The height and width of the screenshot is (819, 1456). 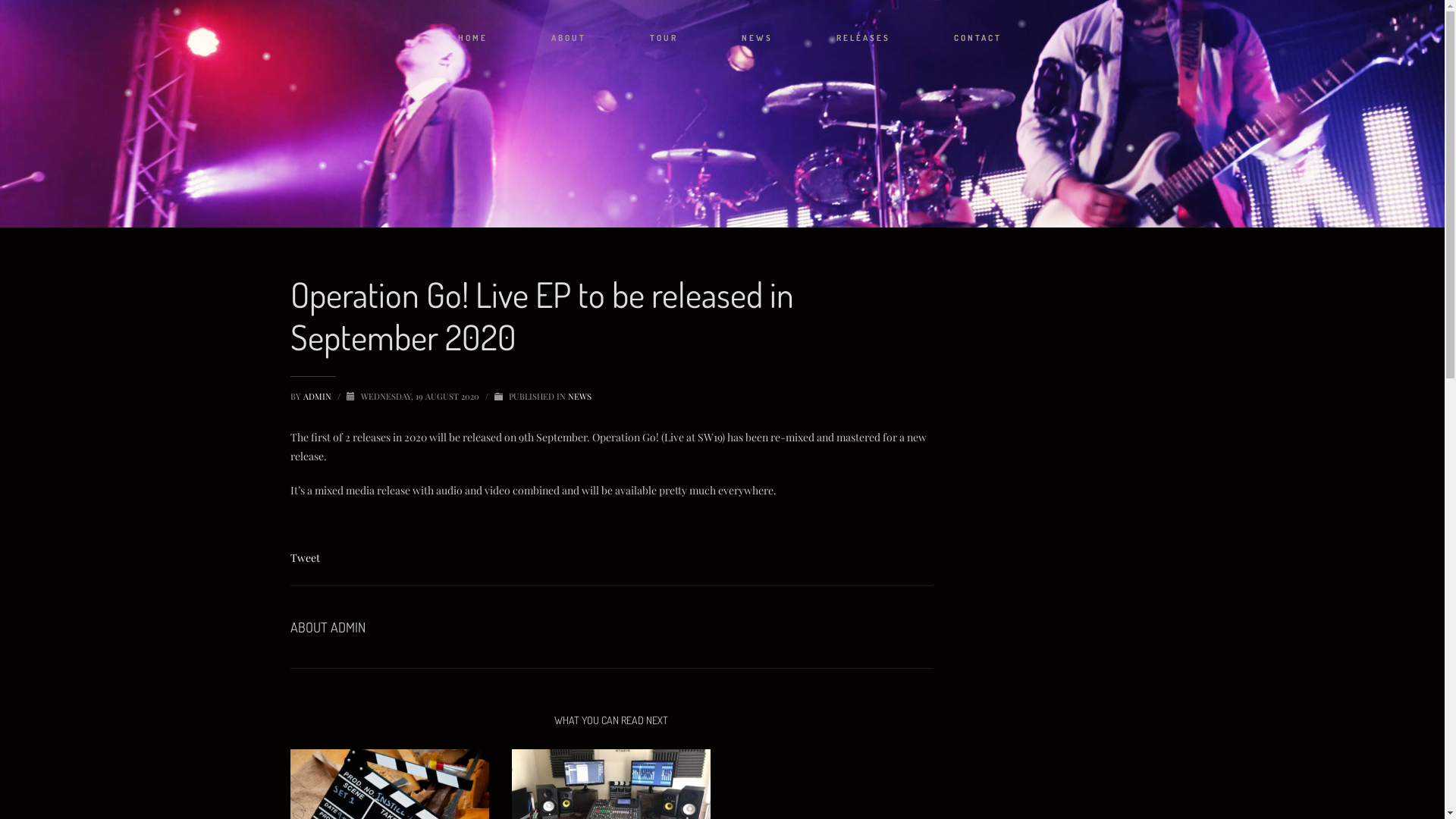 I want to click on 'Tweet', so click(x=290, y=557).